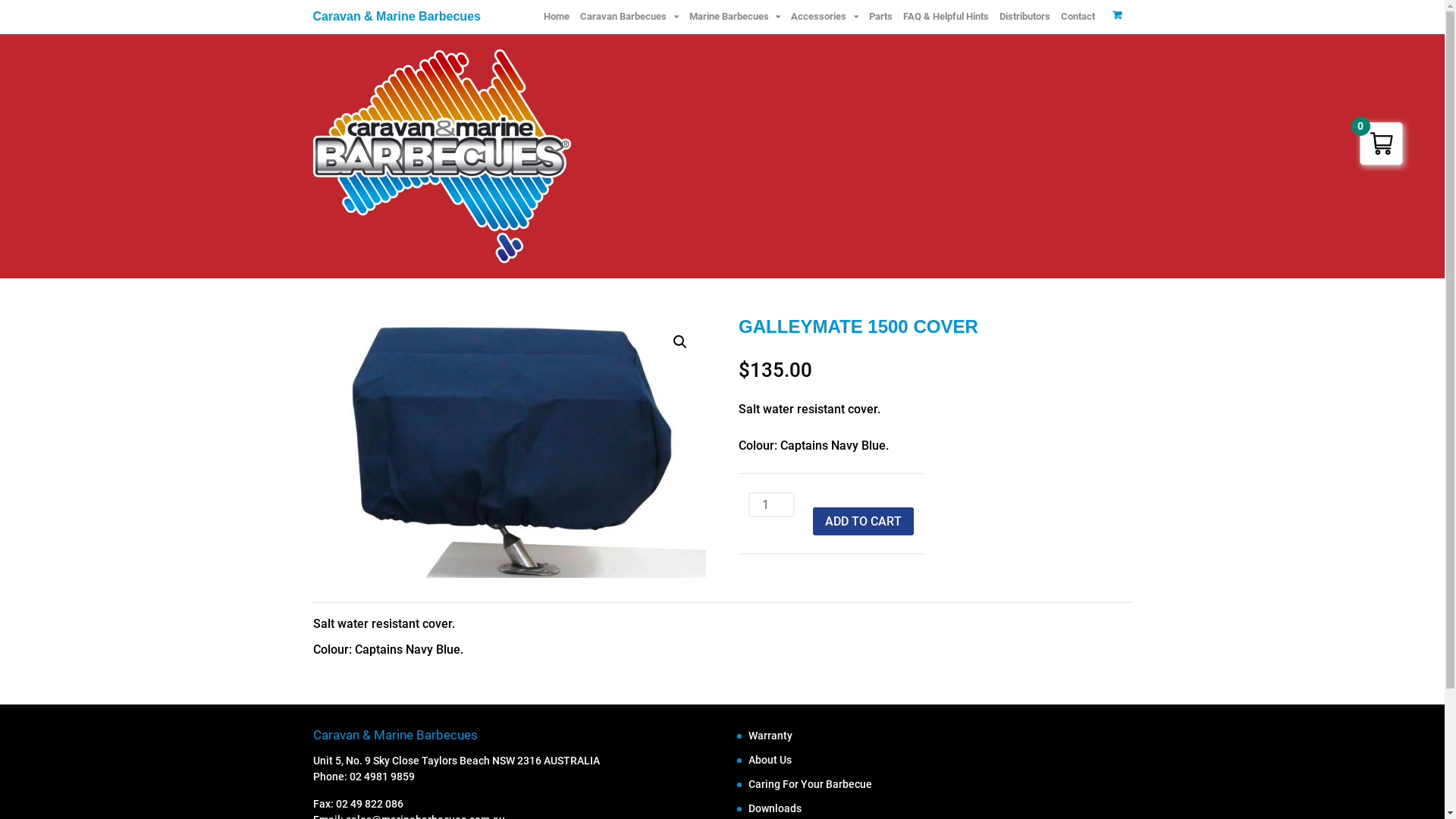  I want to click on '02 4981 9859 ', so click(382, 776).